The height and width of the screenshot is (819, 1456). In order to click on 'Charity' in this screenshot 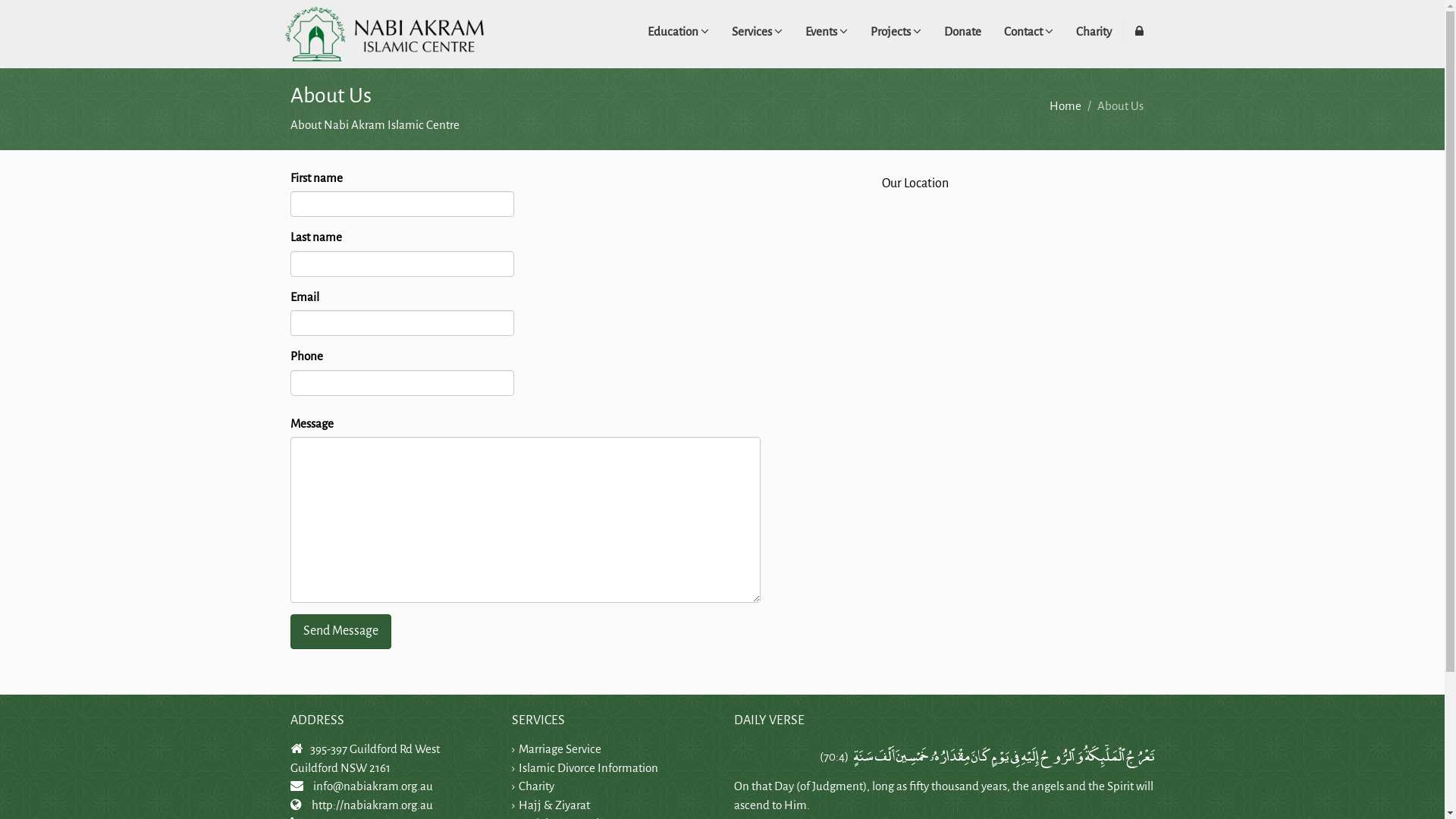, I will do `click(536, 785)`.